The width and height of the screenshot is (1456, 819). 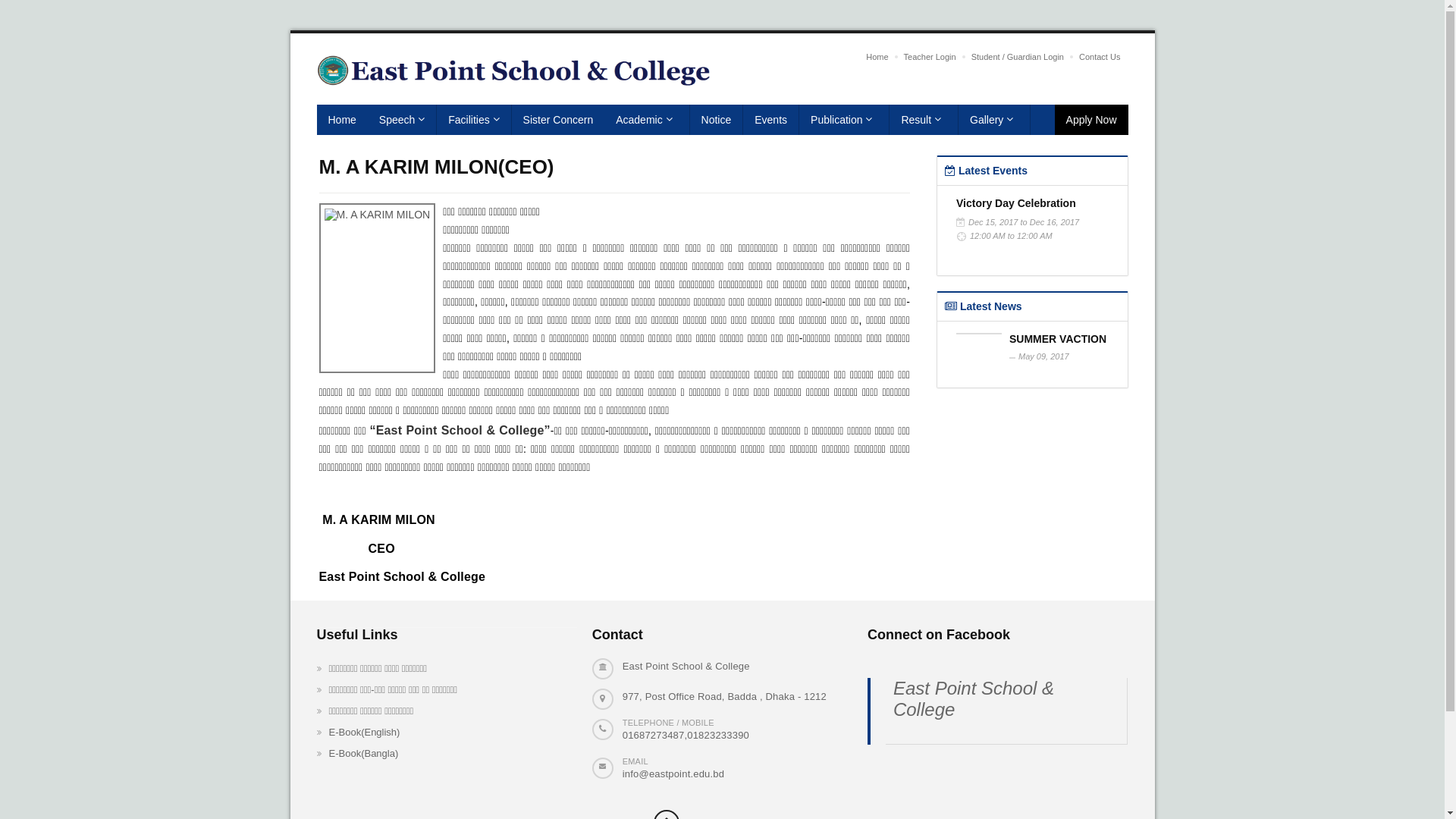 What do you see at coordinates (716, 119) in the screenshot?
I see `'Notice'` at bounding box center [716, 119].